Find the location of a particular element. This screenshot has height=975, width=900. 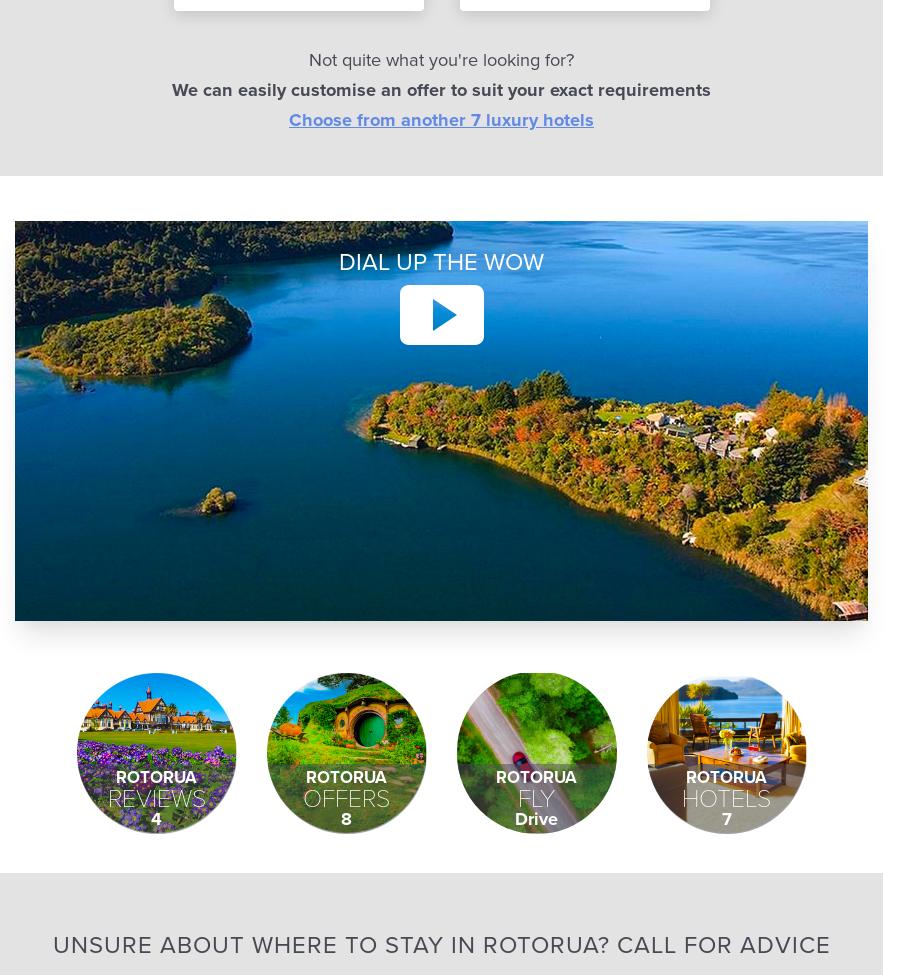

'Legal' is located at coordinates (579, 71).